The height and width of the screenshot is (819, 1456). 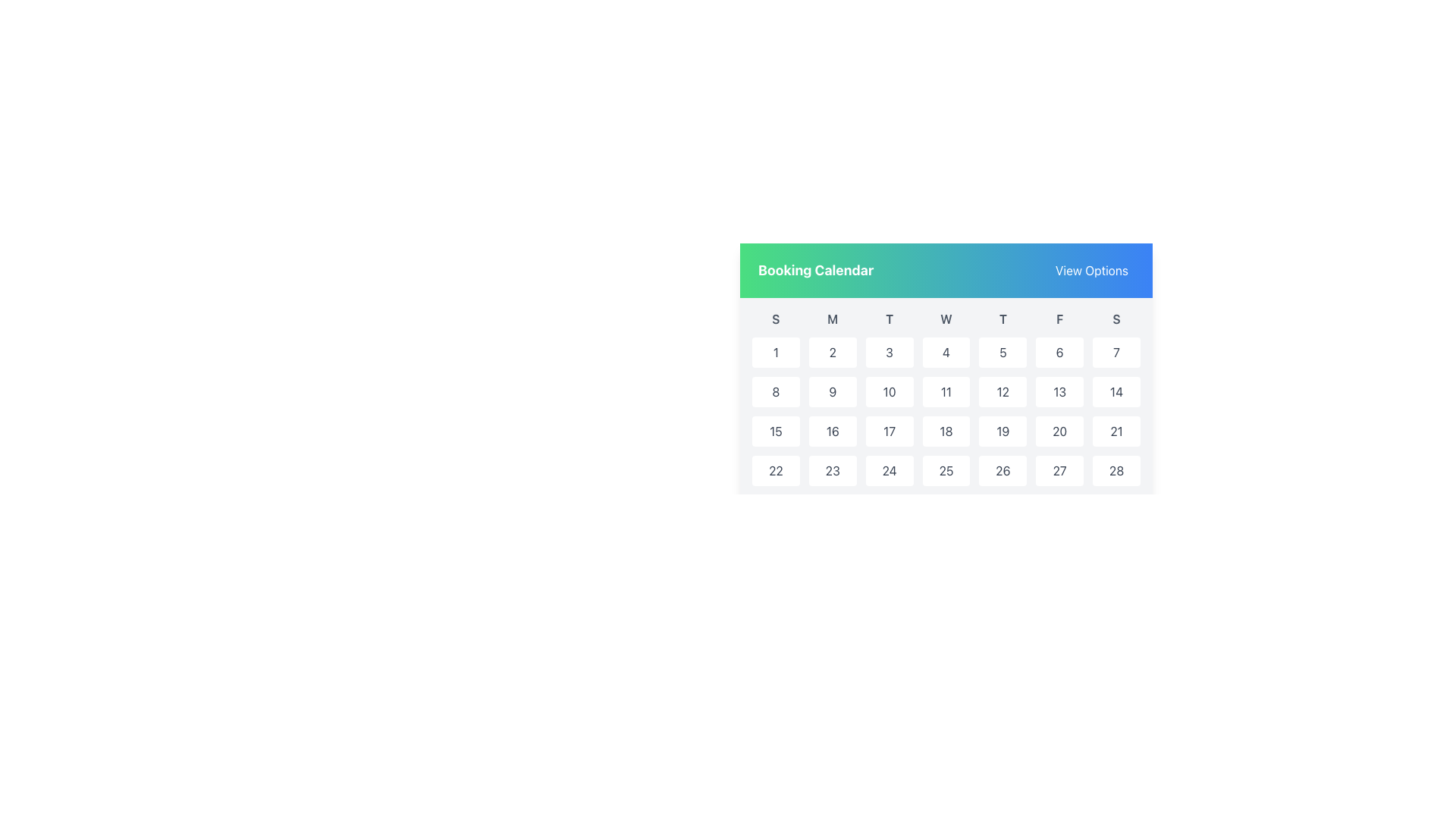 What do you see at coordinates (832, 391) in the screenshot?
I see `the rounded rectangular button with a white background and the number '9' centered inside` at bounding box center [832, 391].